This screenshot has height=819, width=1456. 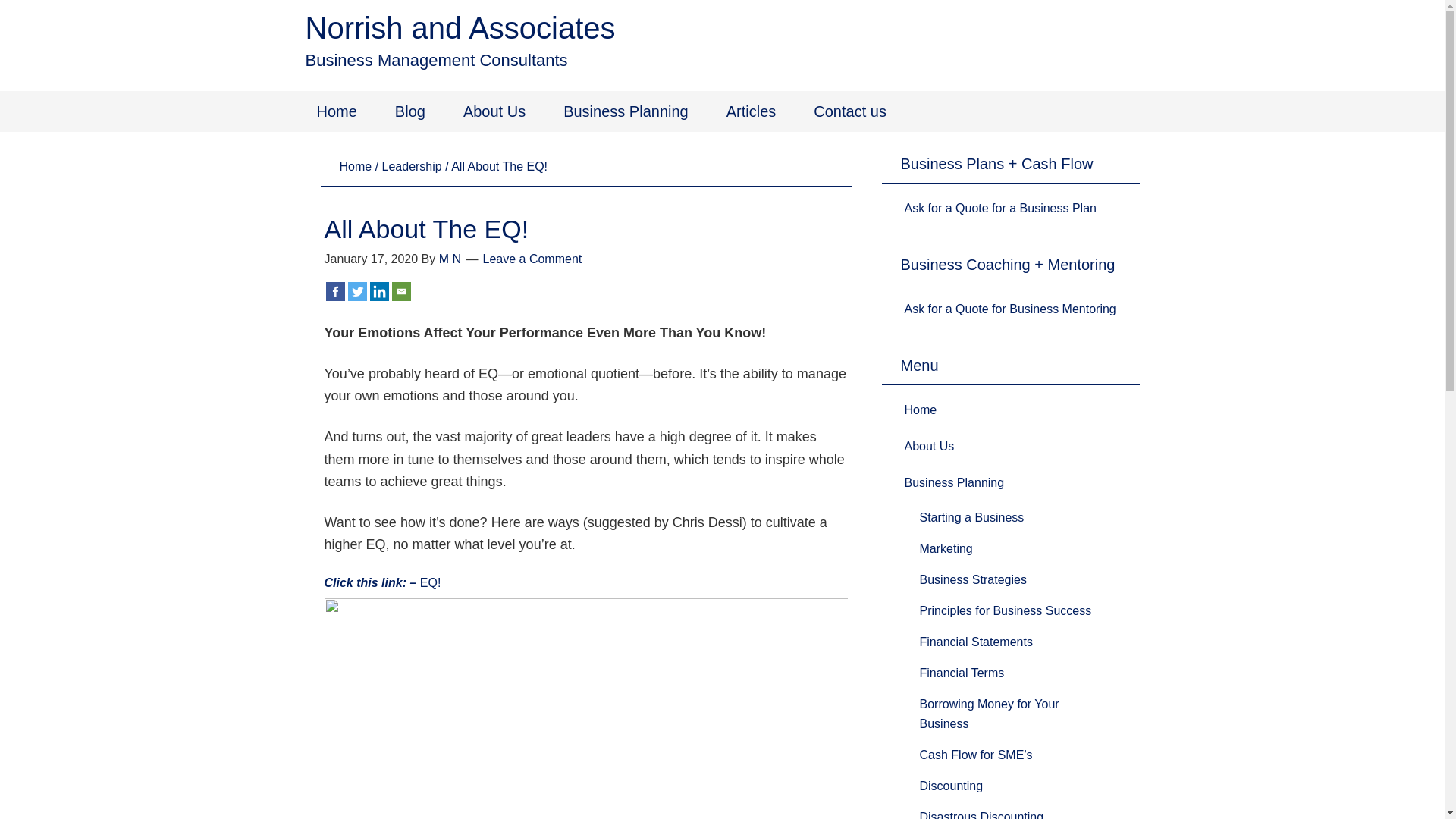 What do you see at coordinates (1009, 308) in the screenshot?
I see `'Ask for a Quote for Business Mentoring'` at bounding box center [1009, 308].